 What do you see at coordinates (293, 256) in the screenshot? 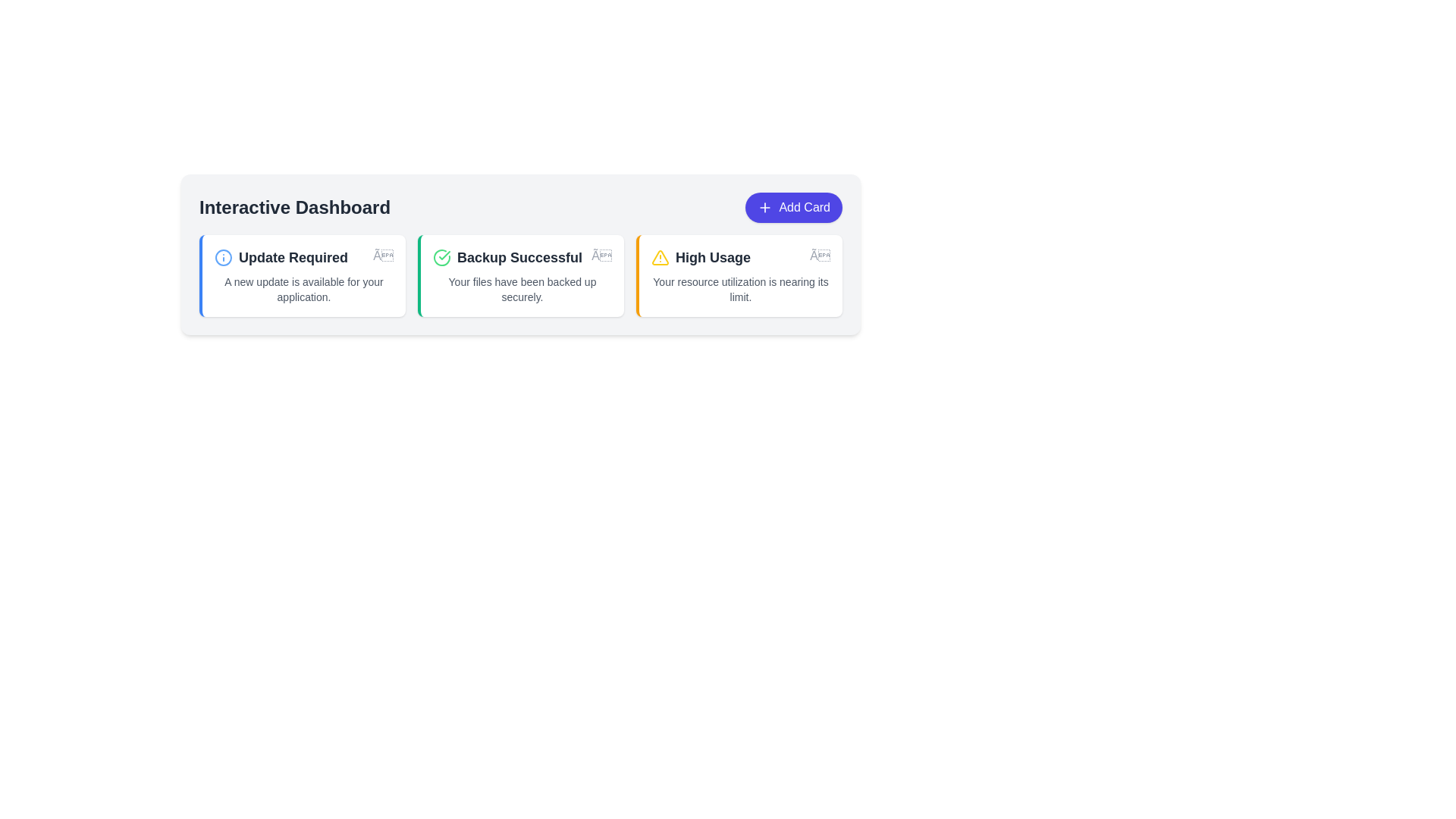
I see `the primary header text in the first card that indicates an important status or alert, located near the top-left of the interface` at bounding box center [293, 256].